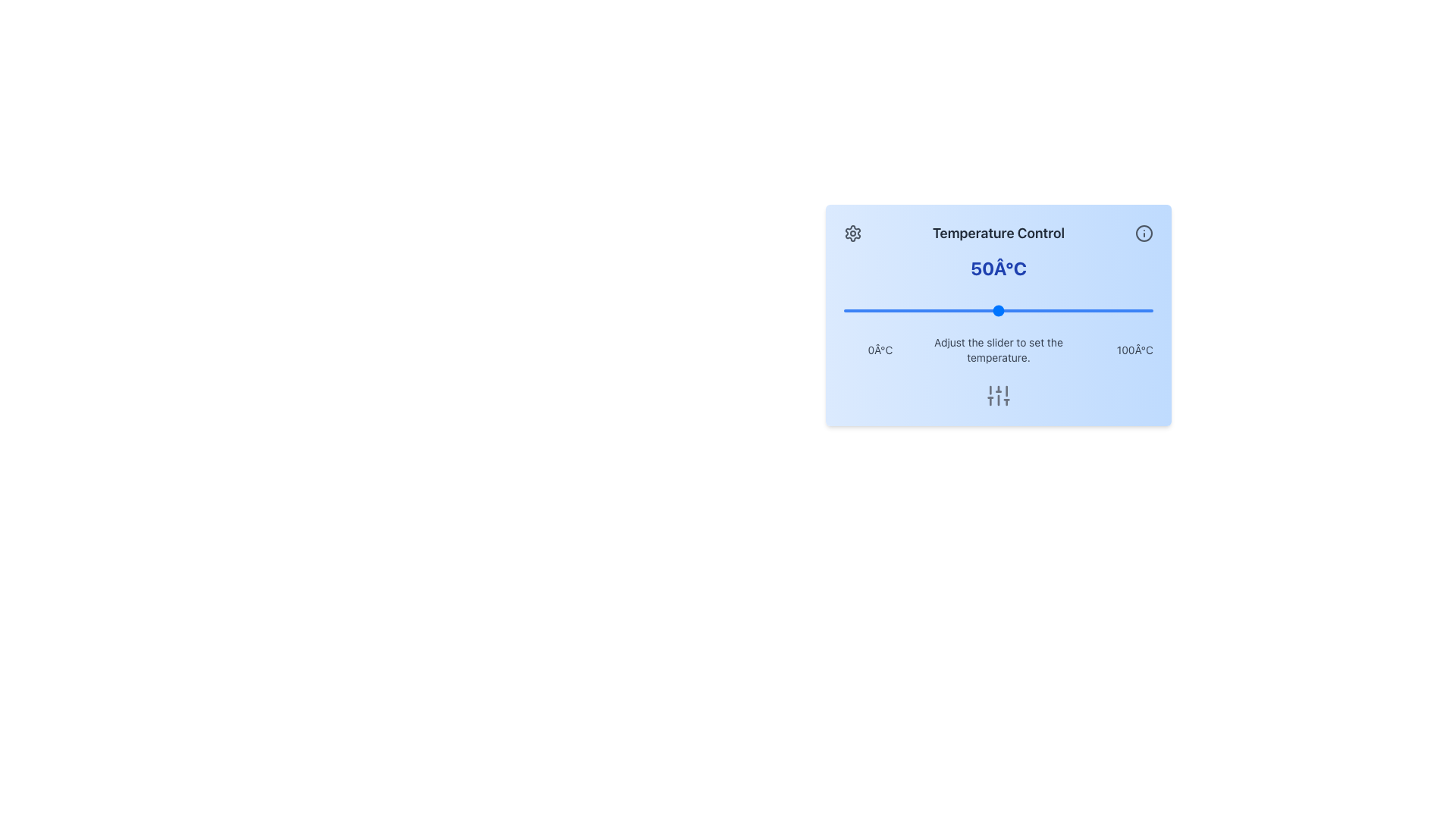 The height and width of the screenshot is (819, 1456). Describe the element at coordinates (1050, 309) in the screenshot. I see `the temperature` at that location.